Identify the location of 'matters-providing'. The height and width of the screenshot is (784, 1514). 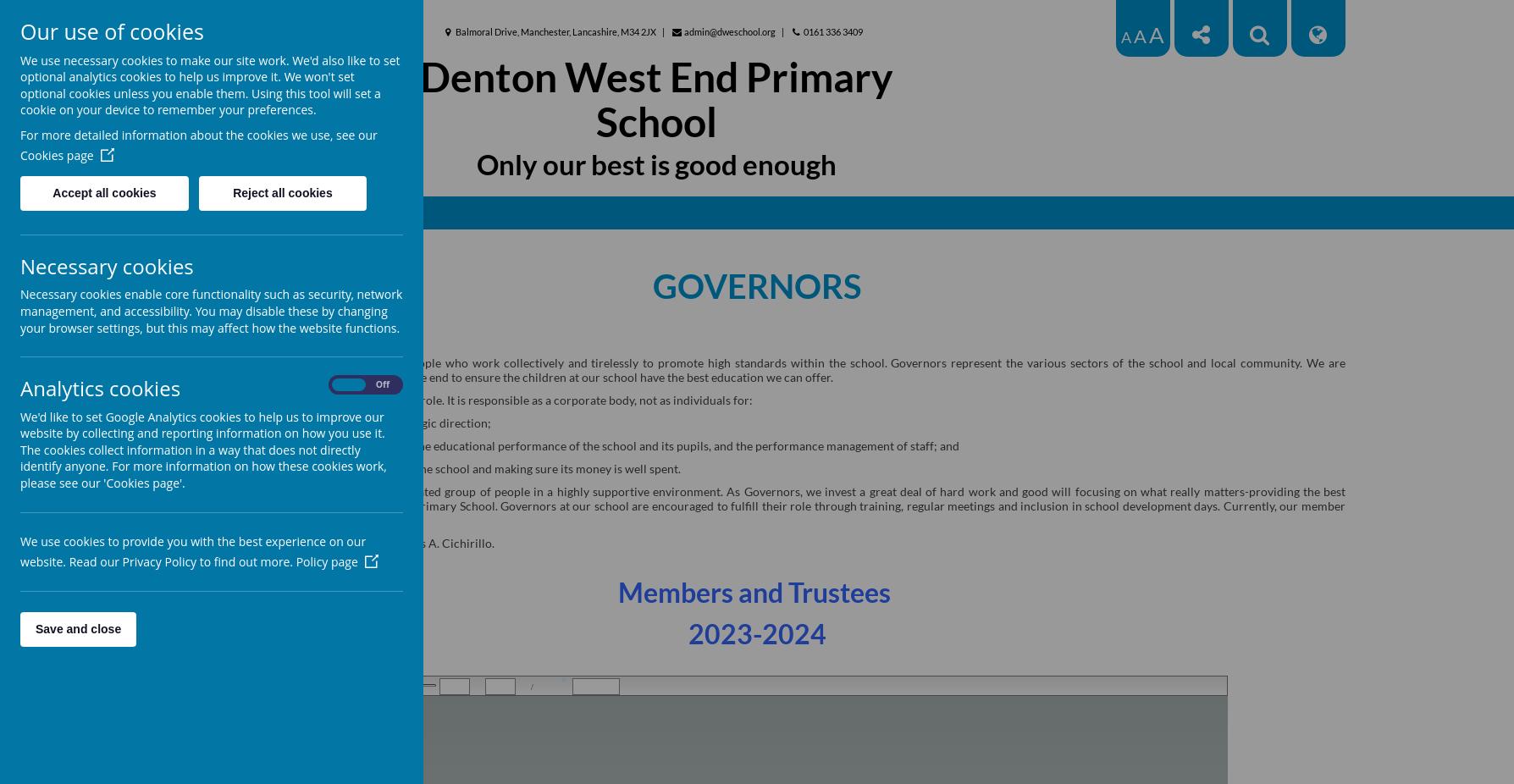
(1251, 489).